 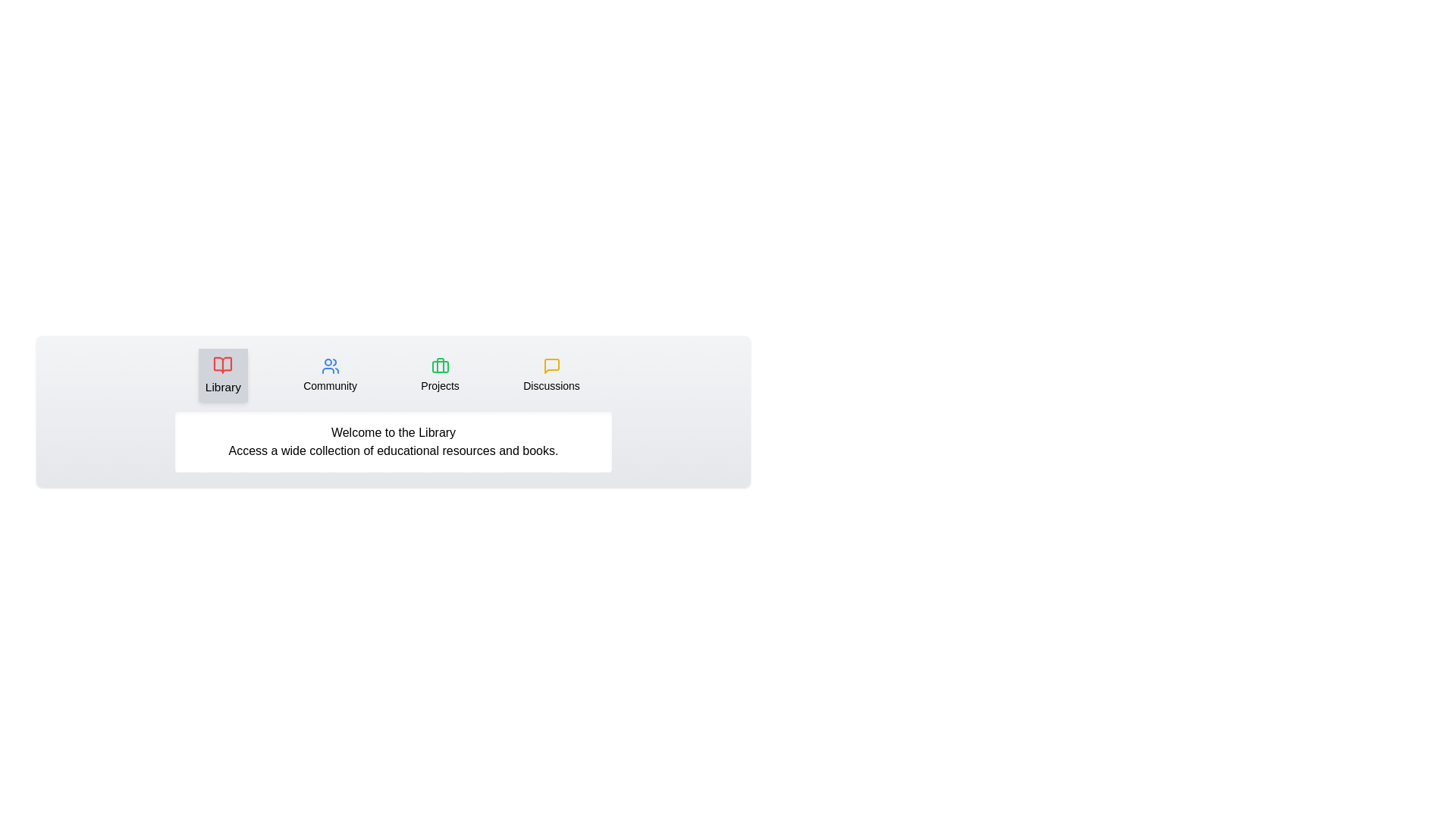 I want to click on the decorative icon for the 'Discussions' navigation button, which is the fourth item in the horizontal menu bar, so click(x=551, y=366).